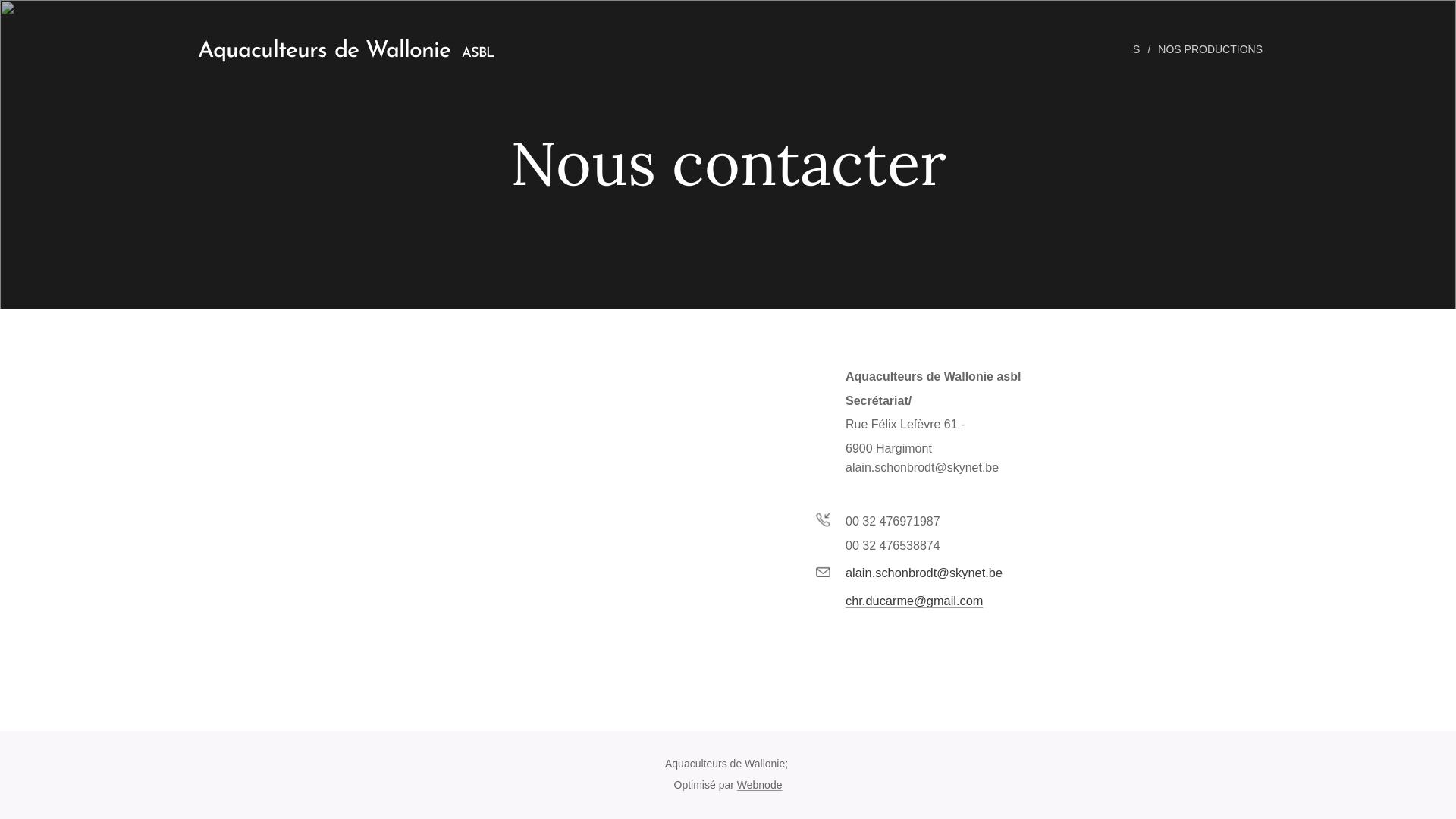 The image size is (1456, 819). Describe the element at coordinates (1211, 49) in the screenshot. I see `'NOS PRODUCTIONS'` at that location.